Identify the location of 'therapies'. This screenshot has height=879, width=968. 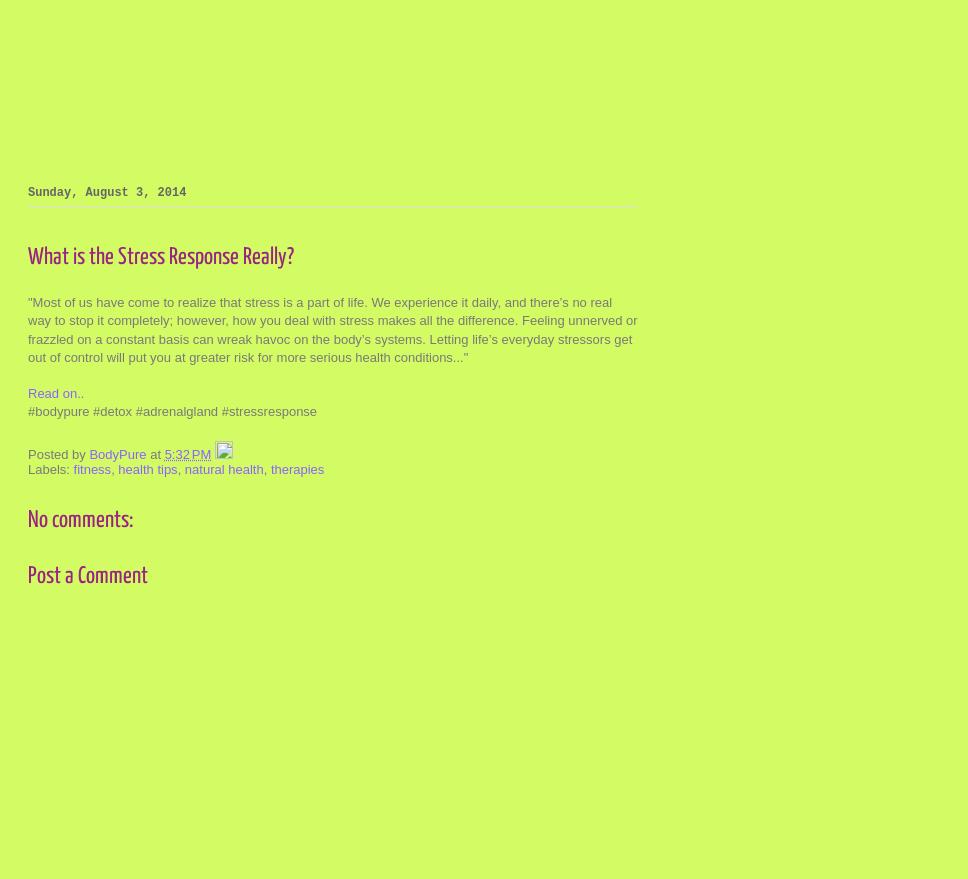
(295, 468).